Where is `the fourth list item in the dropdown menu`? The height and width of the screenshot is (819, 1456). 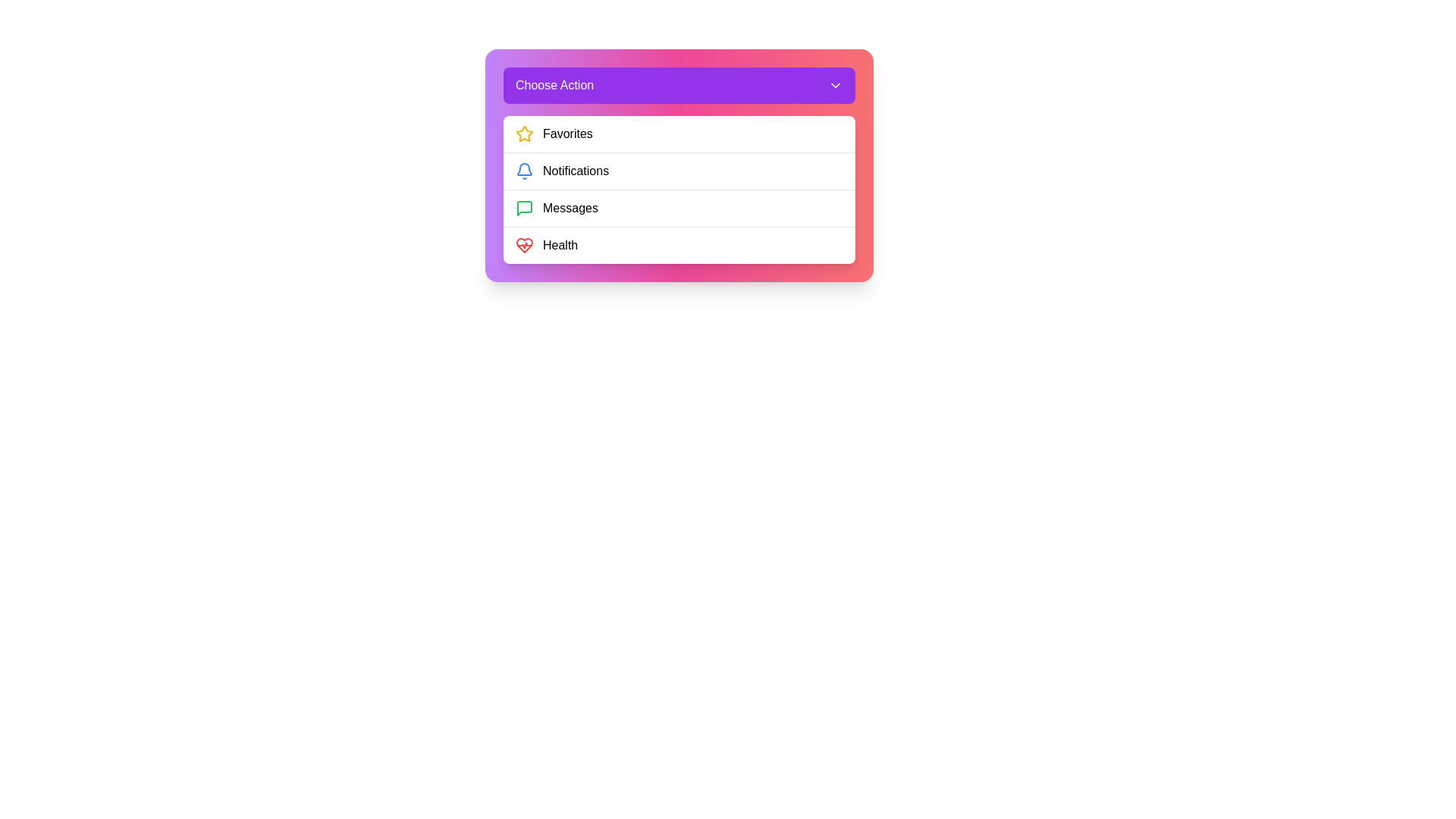
the fourth list item in the dropdown menu is located at coordinates (679, 244).